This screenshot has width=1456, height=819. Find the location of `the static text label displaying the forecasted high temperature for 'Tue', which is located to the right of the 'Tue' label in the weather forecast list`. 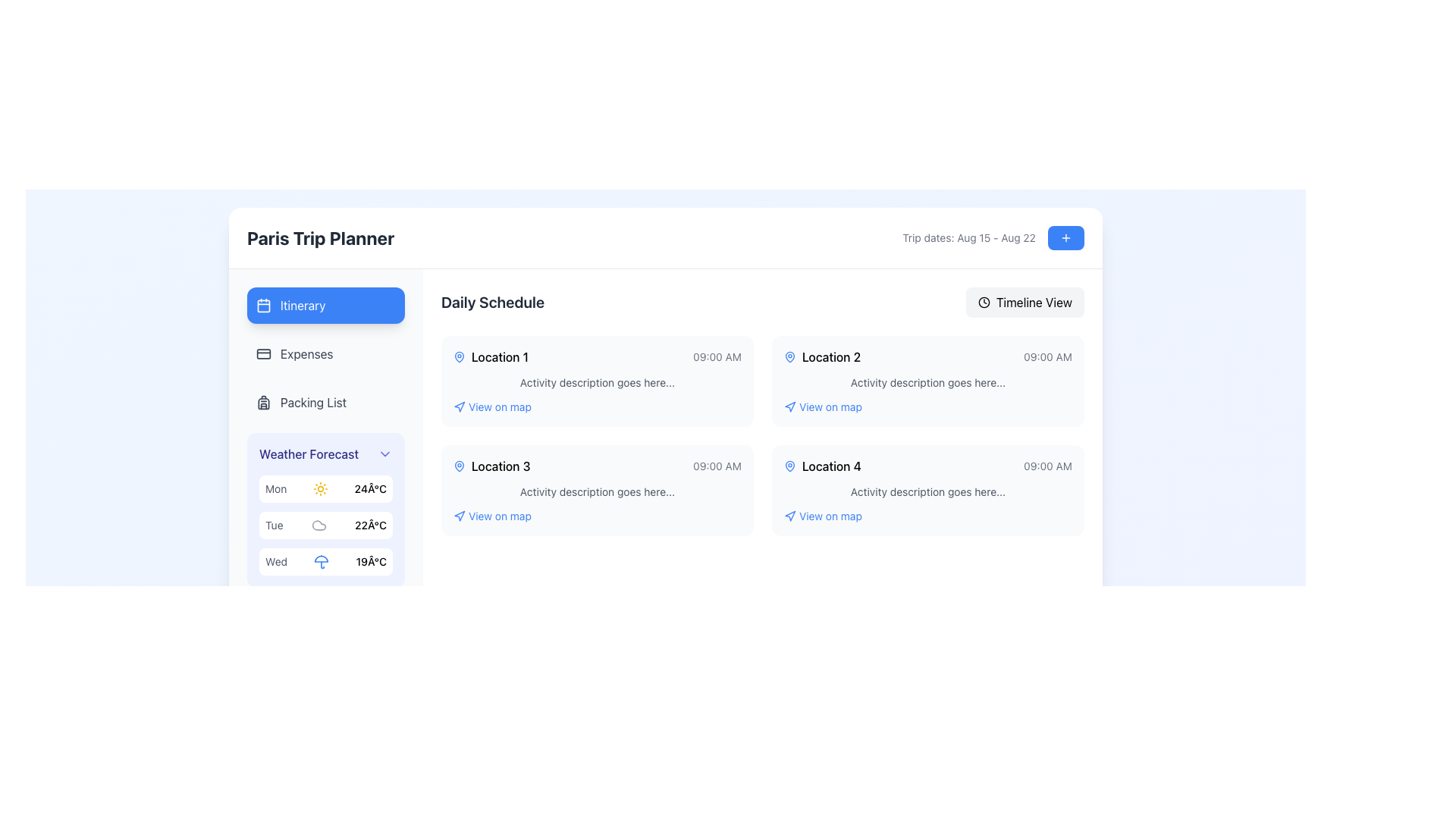

the static text label displaying the forecasted high temperature for 'Tue', which is located to the right of the 'Tue' label in the weather forecast list is located at coordinates (371, 525).